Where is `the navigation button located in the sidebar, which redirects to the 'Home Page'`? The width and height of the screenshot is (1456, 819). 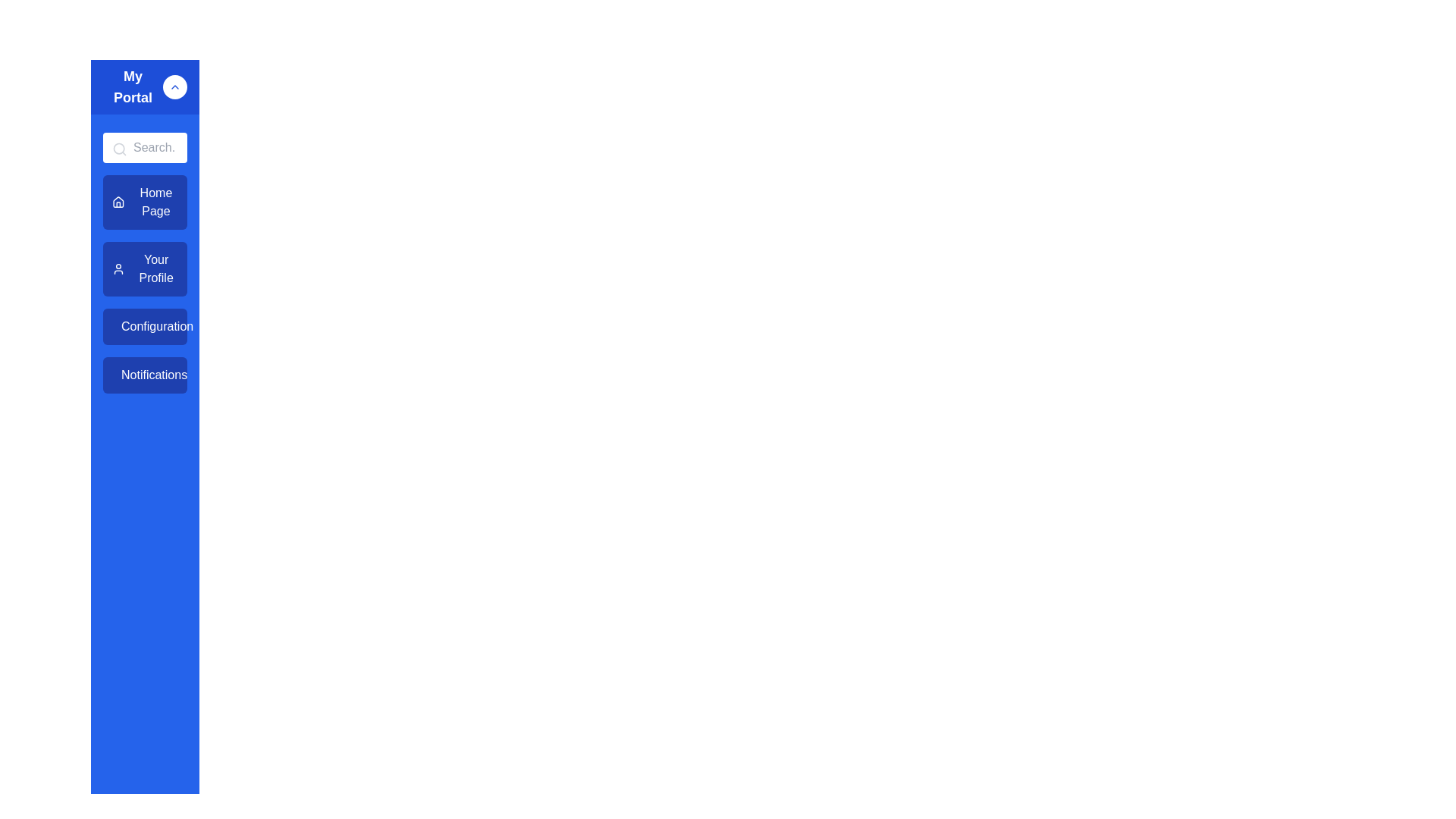
the navigation button located in the sidebar, which redirects to the 'Home Page' is located at coordinates (145, 201).